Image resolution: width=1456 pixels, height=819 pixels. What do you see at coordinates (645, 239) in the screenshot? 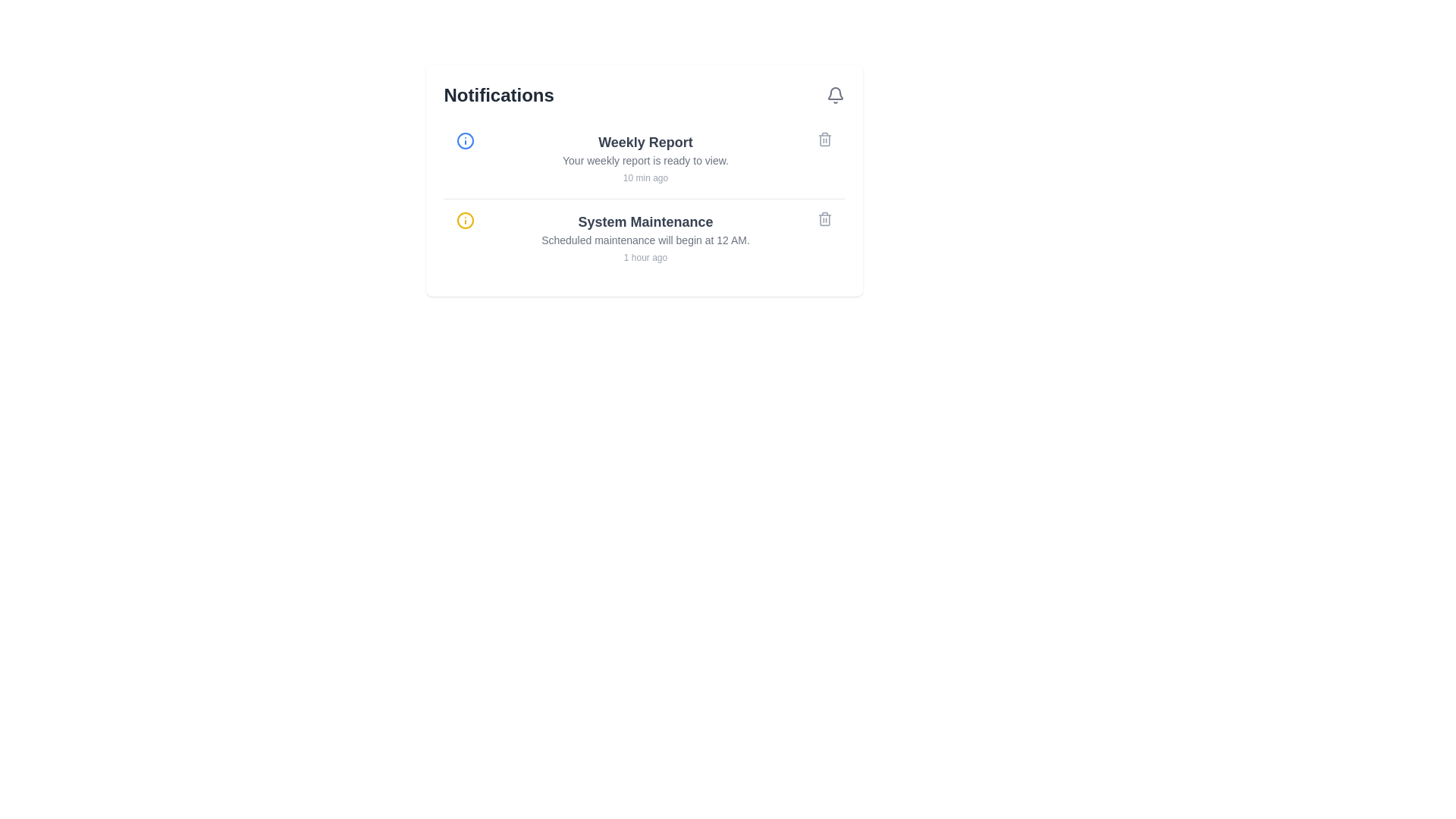
I see `the Text Label providing details about the timing of maintenance activities within the 'System Maintenance' notification card` at bounding box center [645, 239].